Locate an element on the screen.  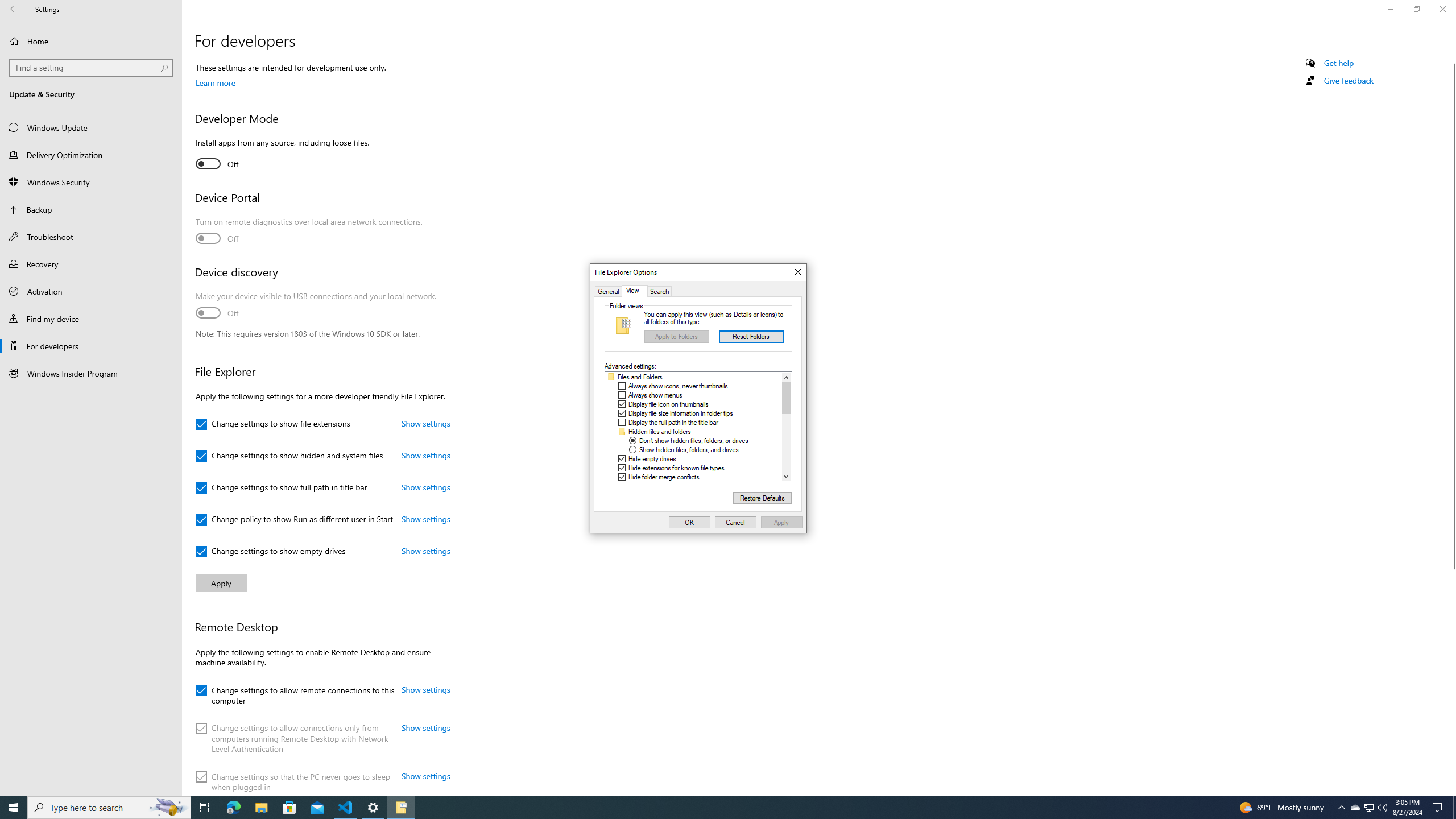
'Files and Folders' is located at coordinates (640, 377).